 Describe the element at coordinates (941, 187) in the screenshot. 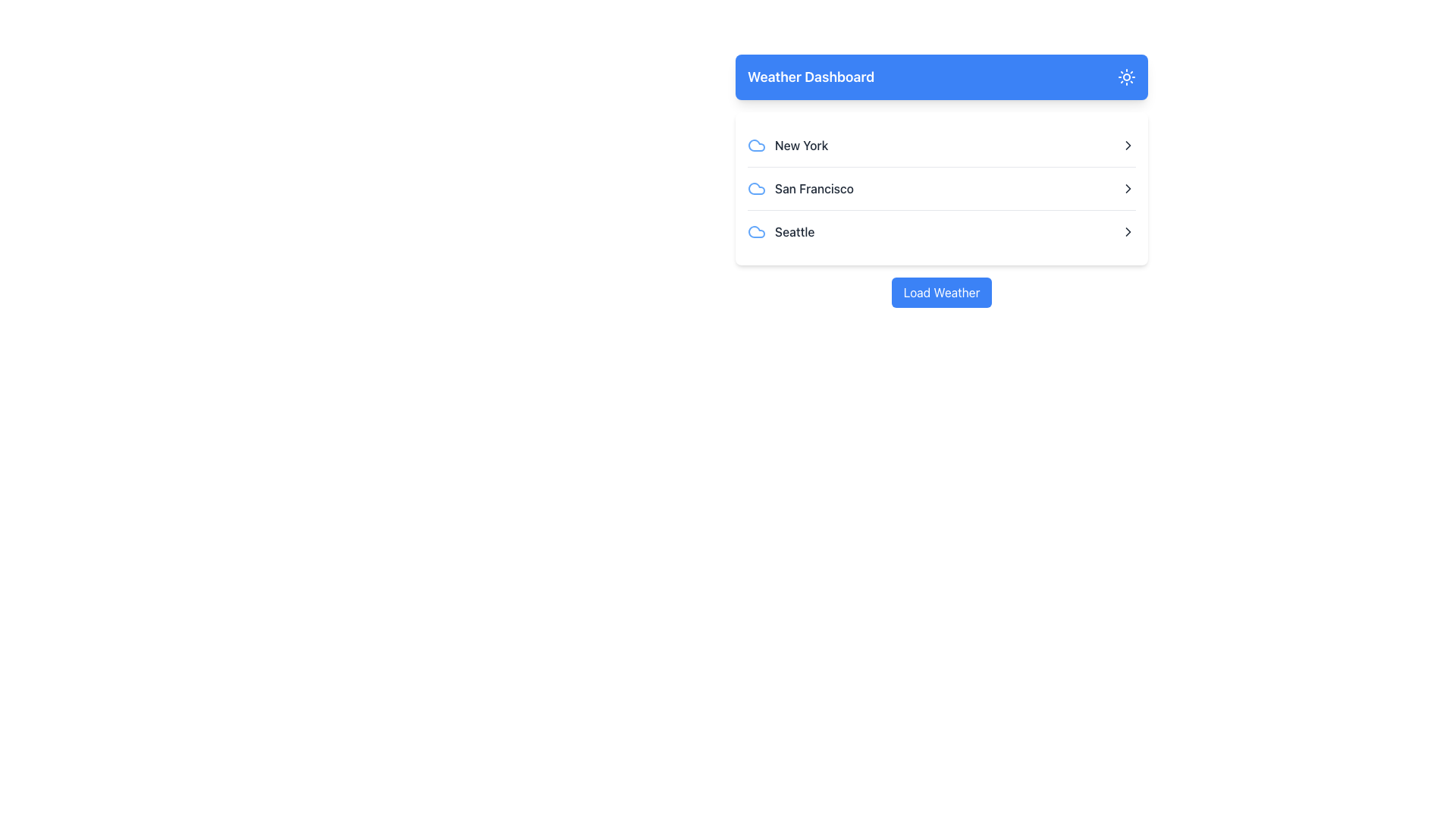

I see `the second list item representing 'San Francisco'` at that location.